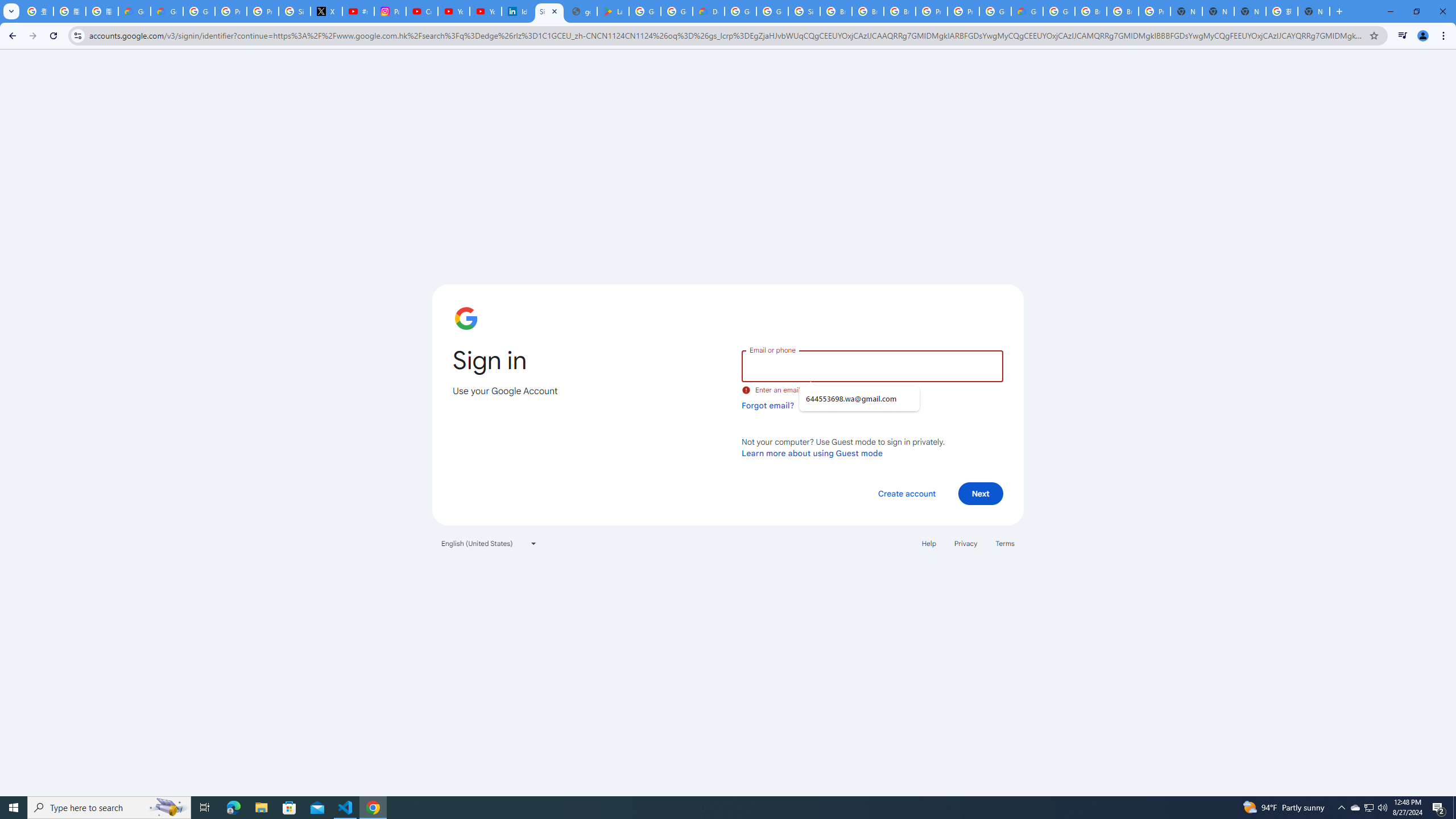 The image size is (1456, 819). What do you see at coordinates (1314, 11) in the screenshot?
I see `'New Tab'` at bounding box center [1314, 11].